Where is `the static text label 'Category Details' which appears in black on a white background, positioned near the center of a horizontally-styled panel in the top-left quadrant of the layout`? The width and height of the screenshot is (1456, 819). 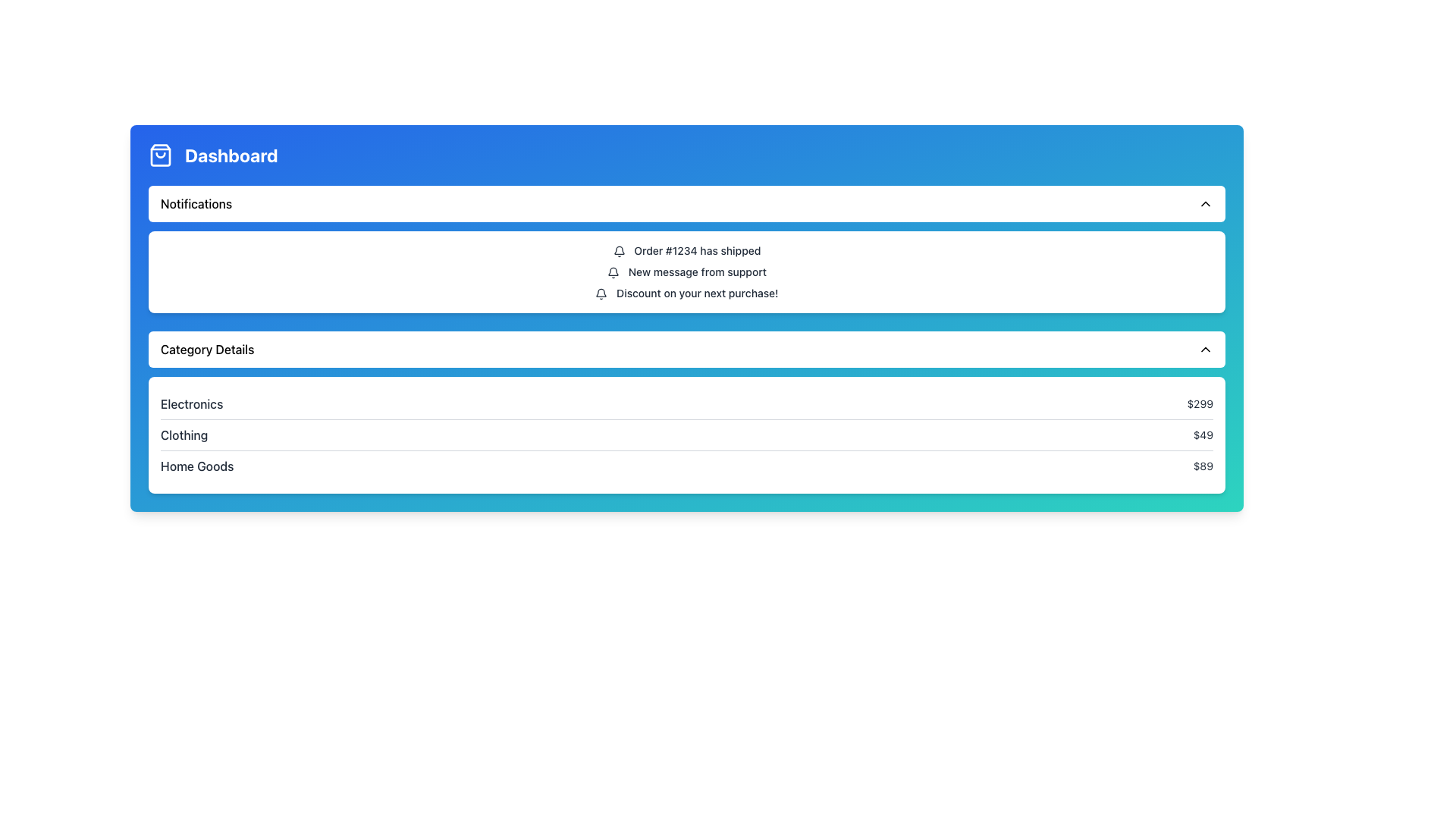
the static text label 'Category Details' which appears in black on a white background, positioned near the center of a horizontally-styled panel in the top-left quadrant of the layout is located at coordinates (206, 350).